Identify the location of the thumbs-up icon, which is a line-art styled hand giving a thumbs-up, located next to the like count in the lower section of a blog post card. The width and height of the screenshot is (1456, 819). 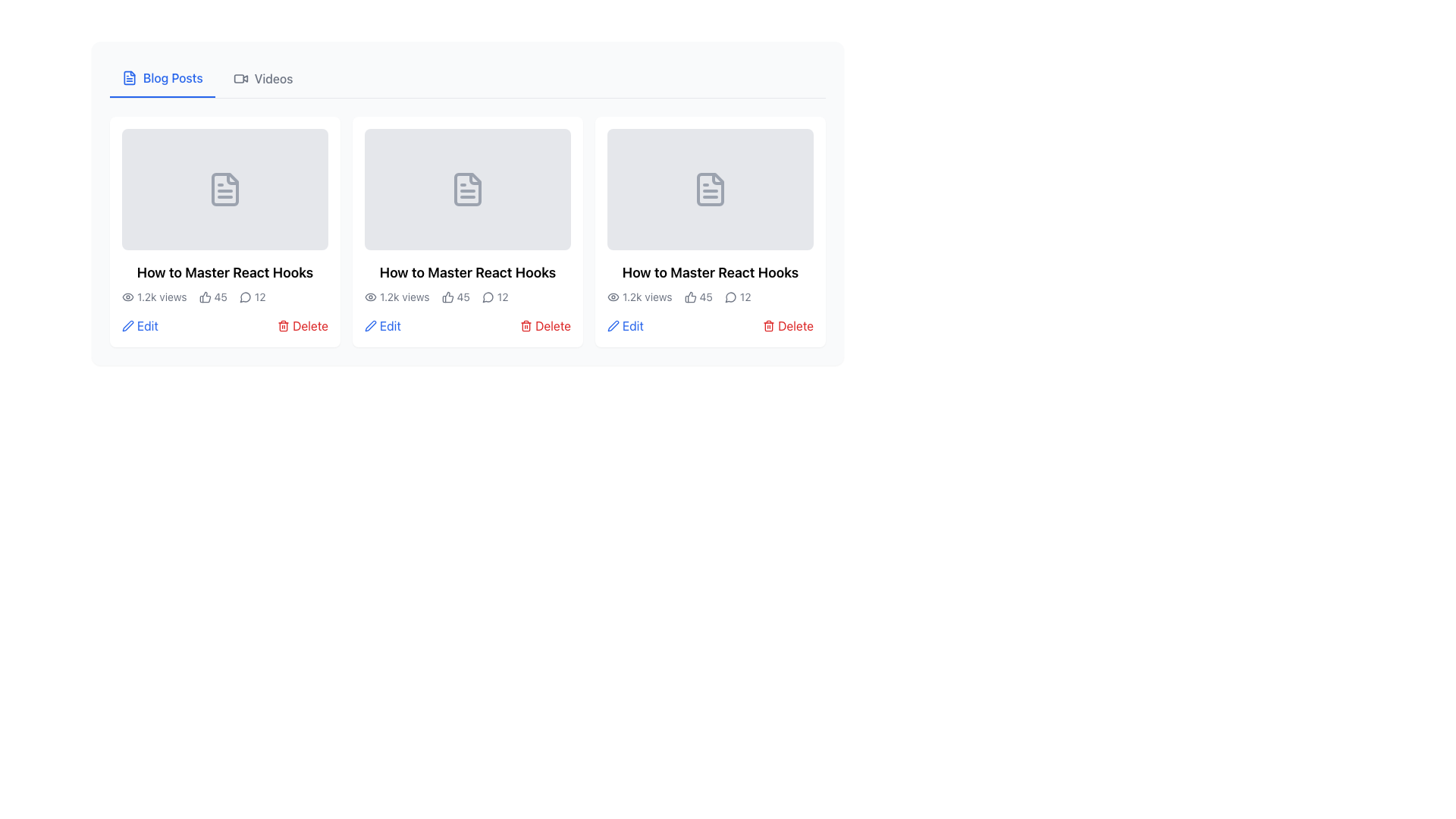
(689, 297).